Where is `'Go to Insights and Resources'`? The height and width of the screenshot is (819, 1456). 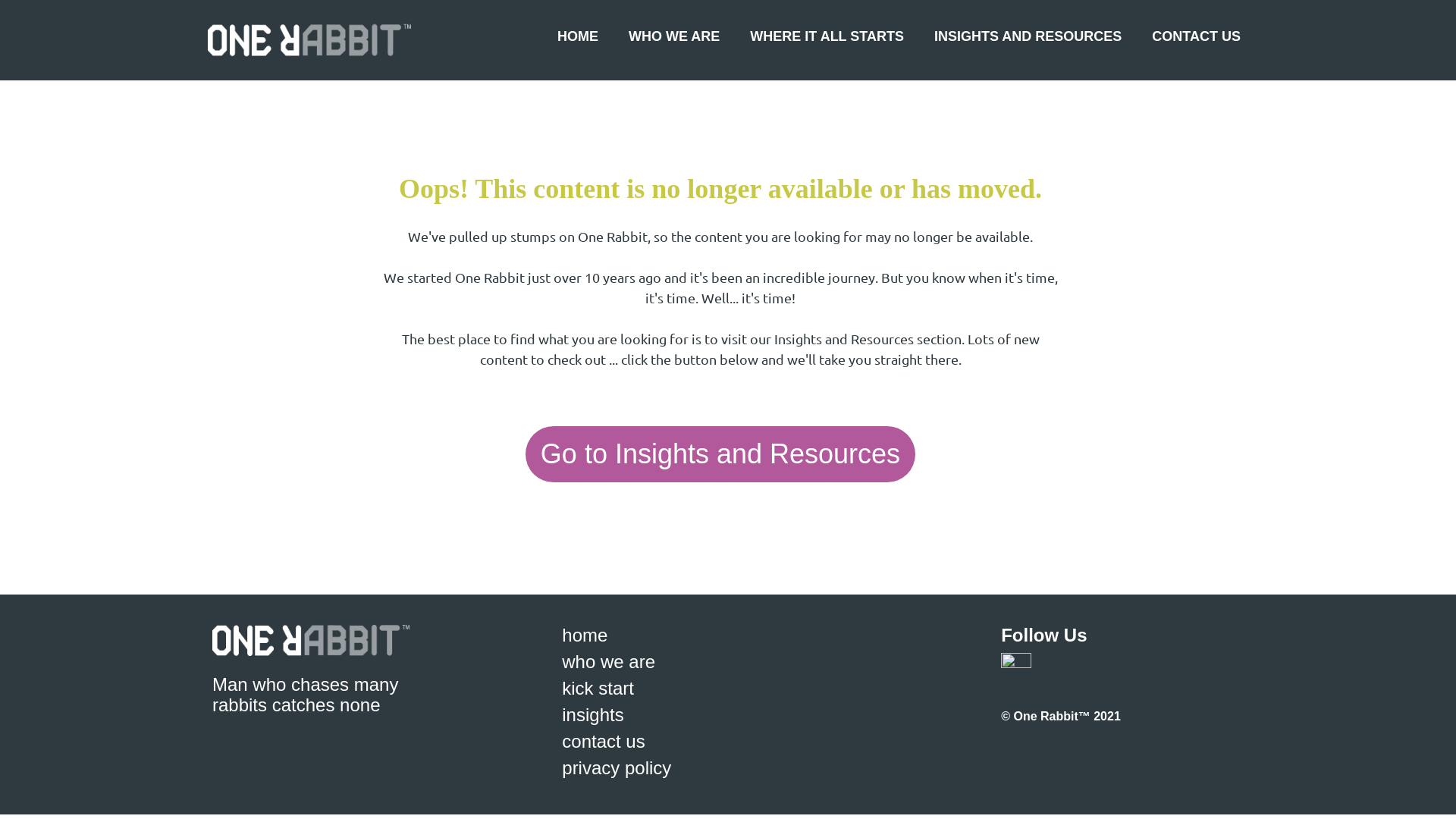 'Go to Insights and Resources' is located at coordinates (720, 453).